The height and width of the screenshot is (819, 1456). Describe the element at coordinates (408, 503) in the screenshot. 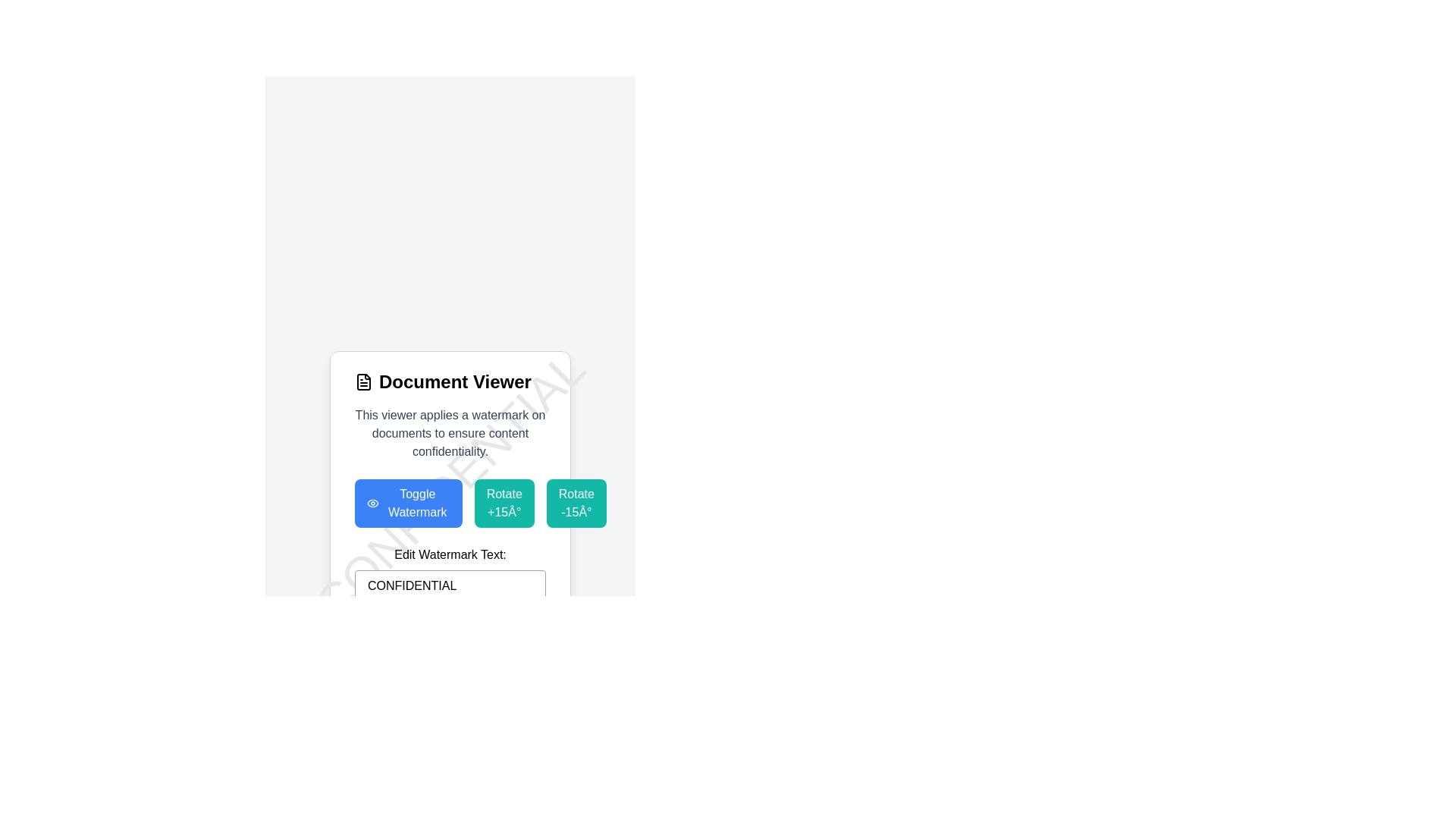

I see `the 'Toggle Watermark' button` at that location.